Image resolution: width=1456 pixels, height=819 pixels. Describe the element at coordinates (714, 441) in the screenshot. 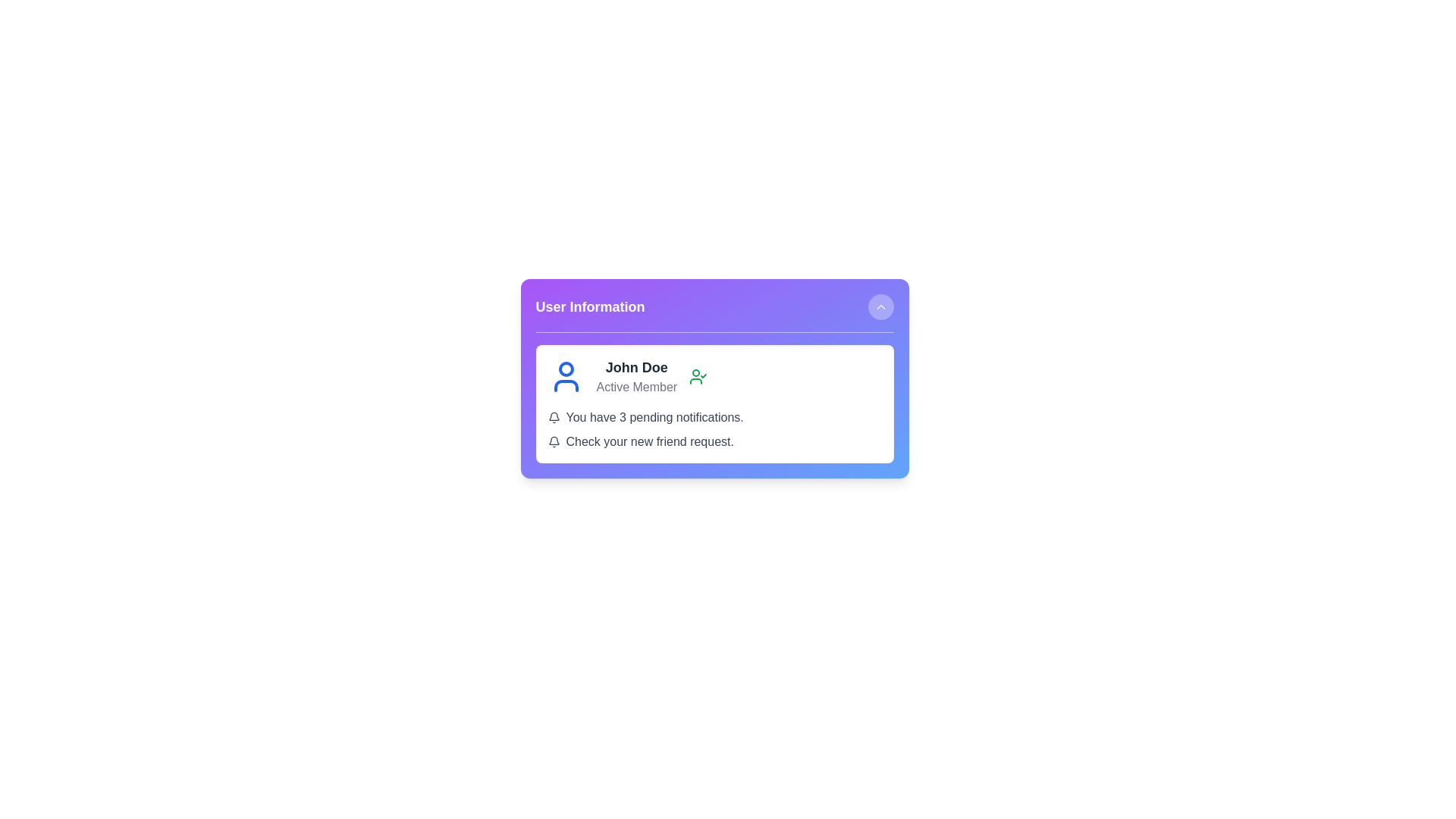

I see `text element stating 'Check your new friend request.' which is styled with a gray font and is the second notification message in the User Information card` at that location.